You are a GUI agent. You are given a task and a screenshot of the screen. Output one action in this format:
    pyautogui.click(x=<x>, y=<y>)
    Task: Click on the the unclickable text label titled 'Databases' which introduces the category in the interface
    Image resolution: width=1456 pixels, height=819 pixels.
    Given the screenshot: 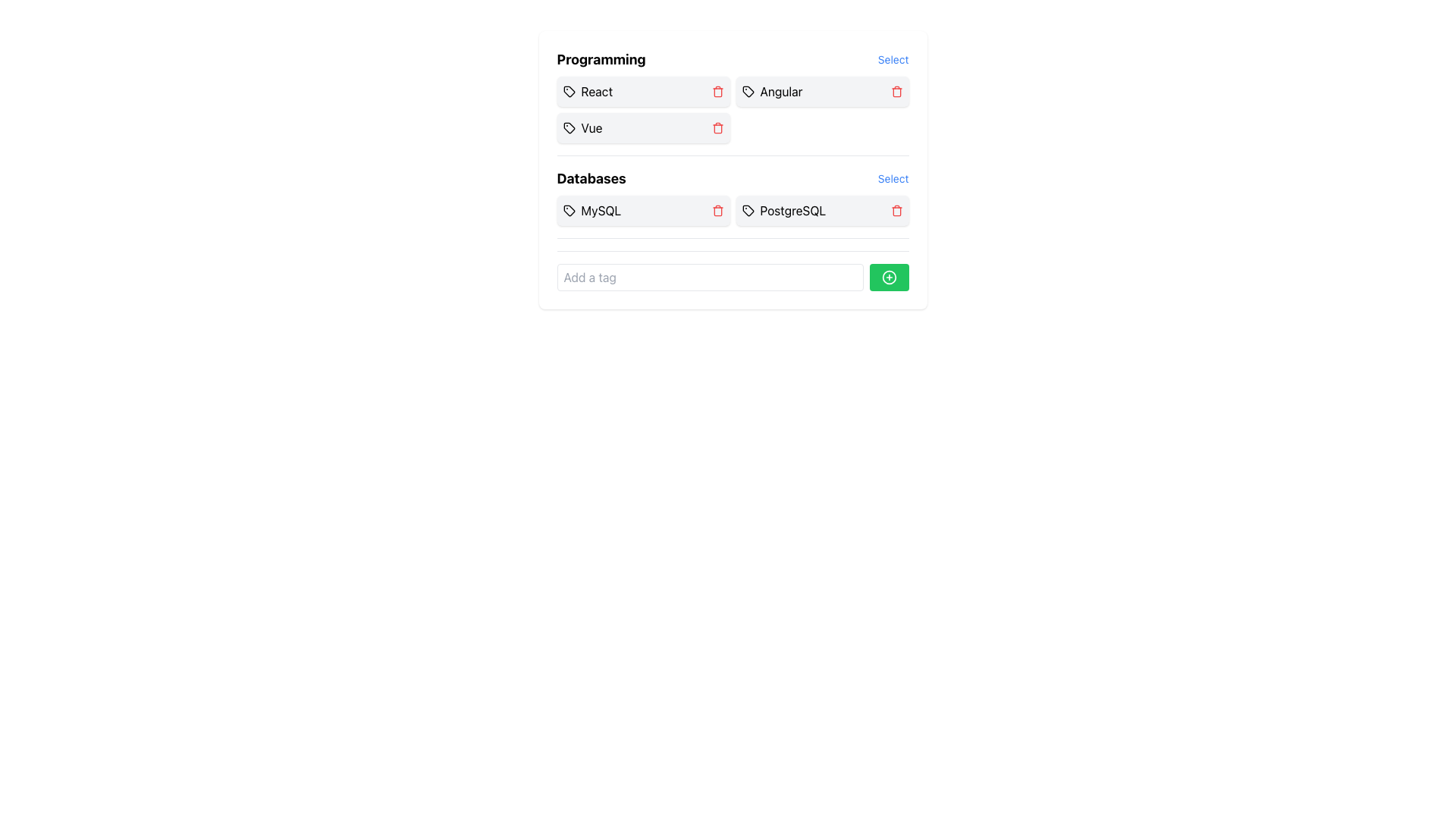 What is the action you would take?
    pyautogui.click(x=591, y=177)
    